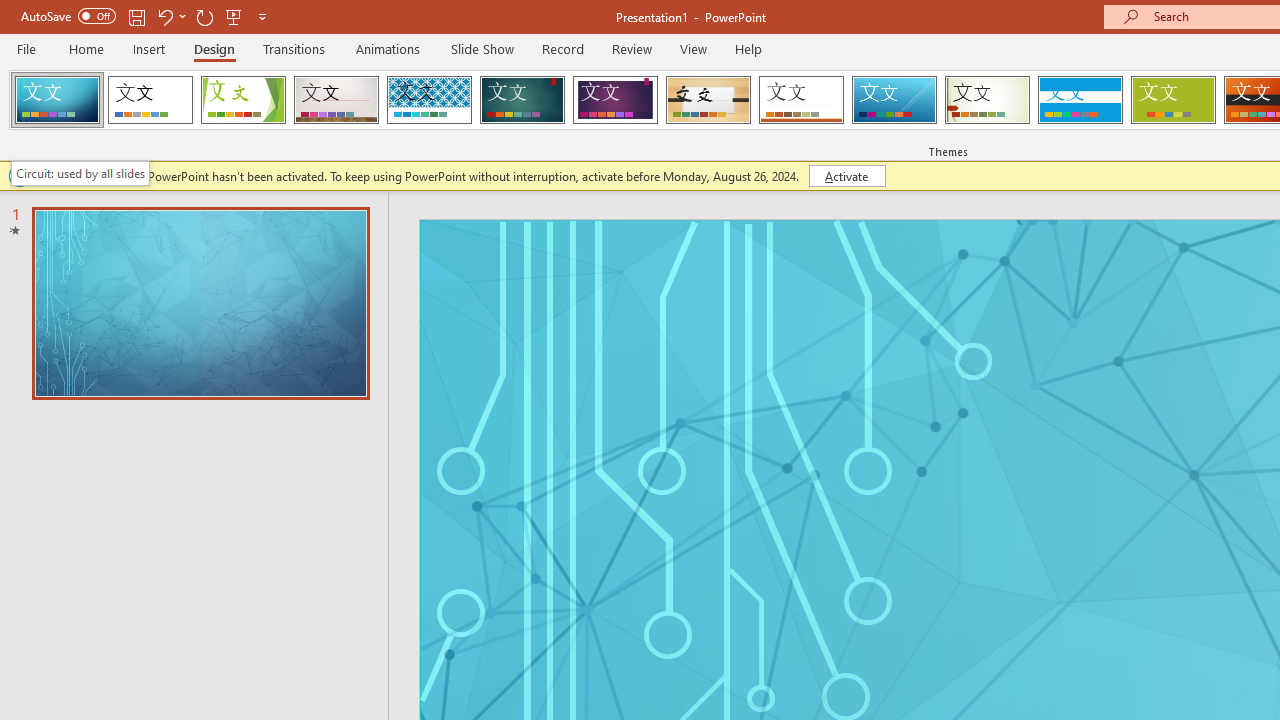 Image resolution: width=1280 pixels, height=720 pixels. I want to click on 'Activate', so click(847, 175).